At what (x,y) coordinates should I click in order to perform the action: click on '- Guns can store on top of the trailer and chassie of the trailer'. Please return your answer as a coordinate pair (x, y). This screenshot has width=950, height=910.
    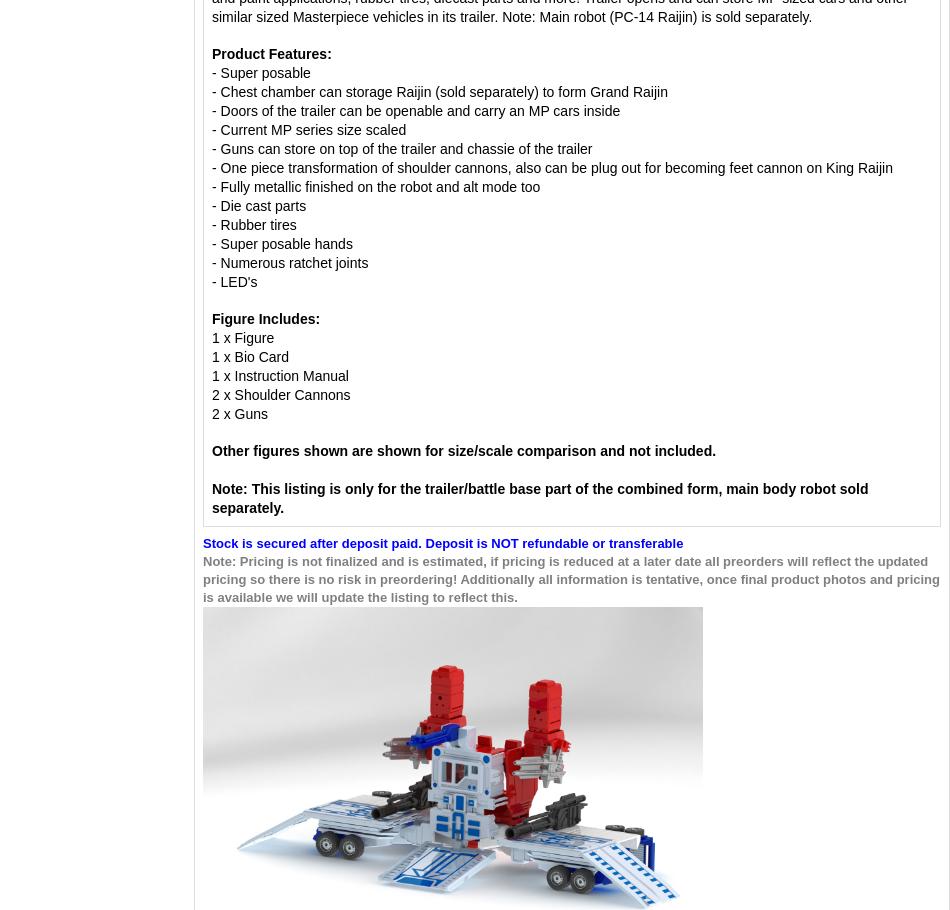
    Looking at the image, I should click on (403, 147).